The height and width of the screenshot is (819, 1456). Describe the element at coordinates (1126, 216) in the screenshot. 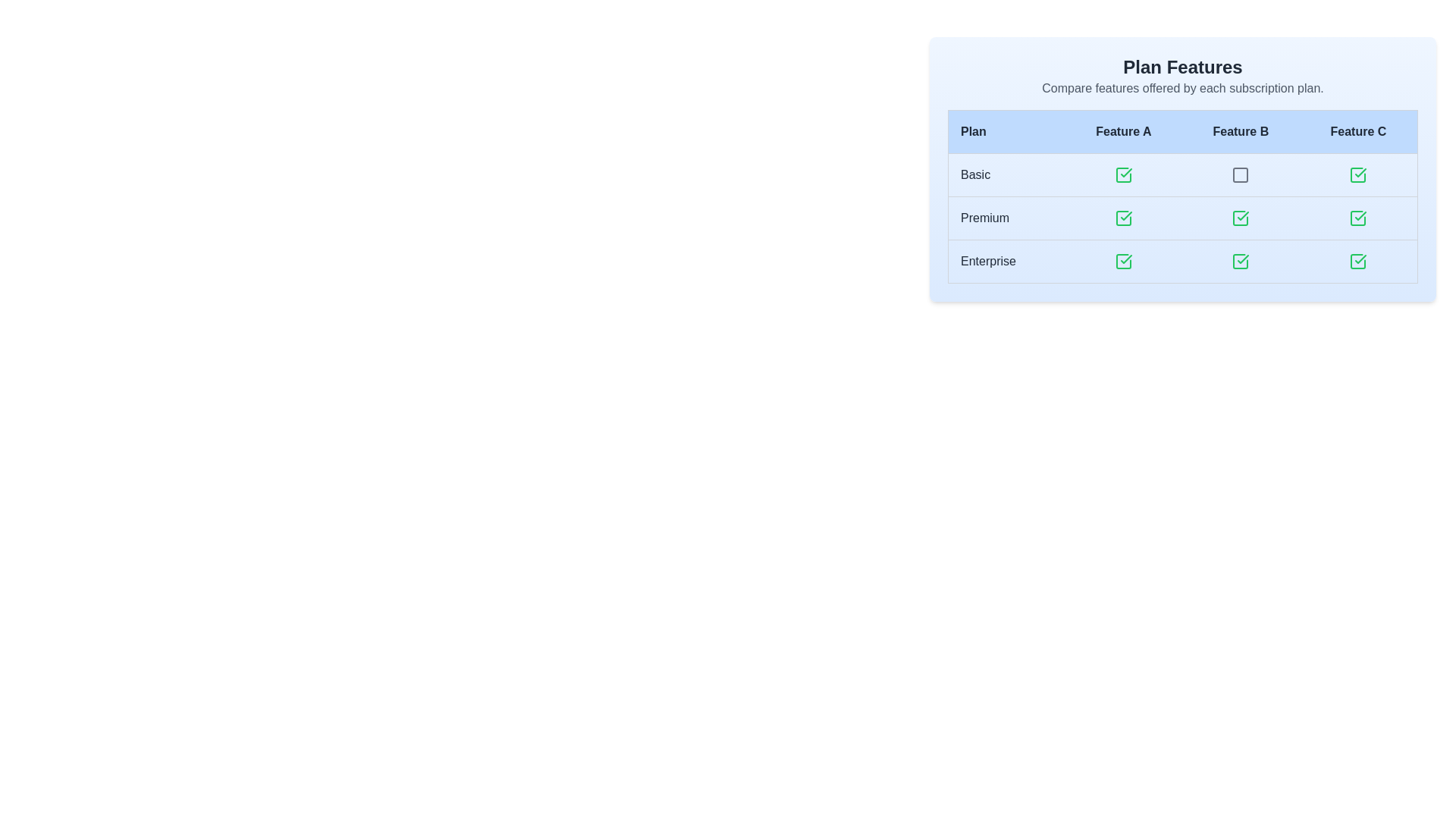

I see `the green checkmark SVG icon located in the 'Feature B' column of the 'Premium' row within the 'Plan Features' table` at that location.